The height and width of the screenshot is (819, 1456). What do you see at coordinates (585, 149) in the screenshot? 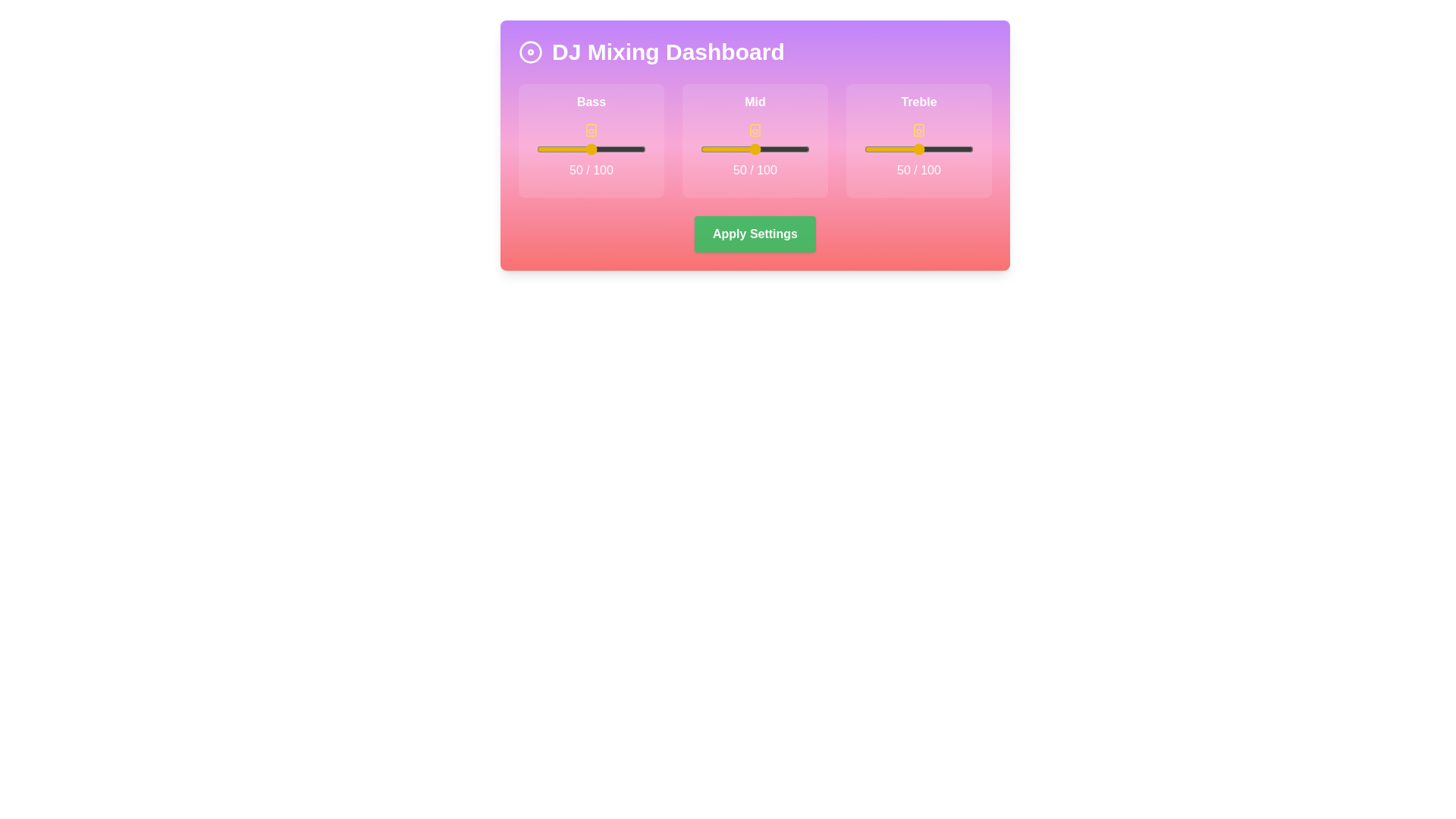
I see `the bass slider to set its value to 45` at bounding box center [585, 149].